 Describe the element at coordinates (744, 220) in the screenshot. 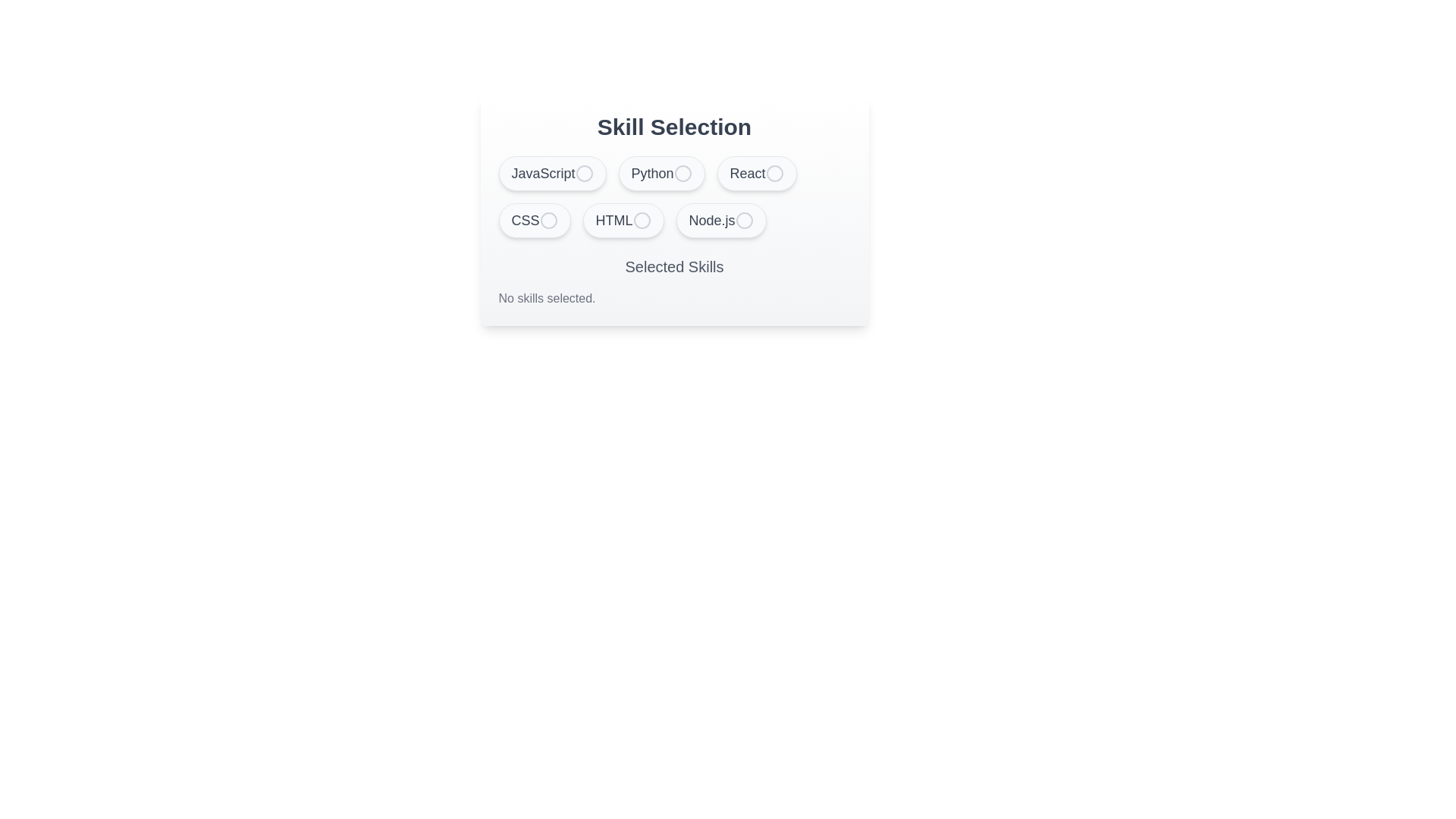

I see `the outlined gray circle SVG element located to the right of the 'Node.js' label within its button, part of the 'Skill Selection' grid layout` at that location.